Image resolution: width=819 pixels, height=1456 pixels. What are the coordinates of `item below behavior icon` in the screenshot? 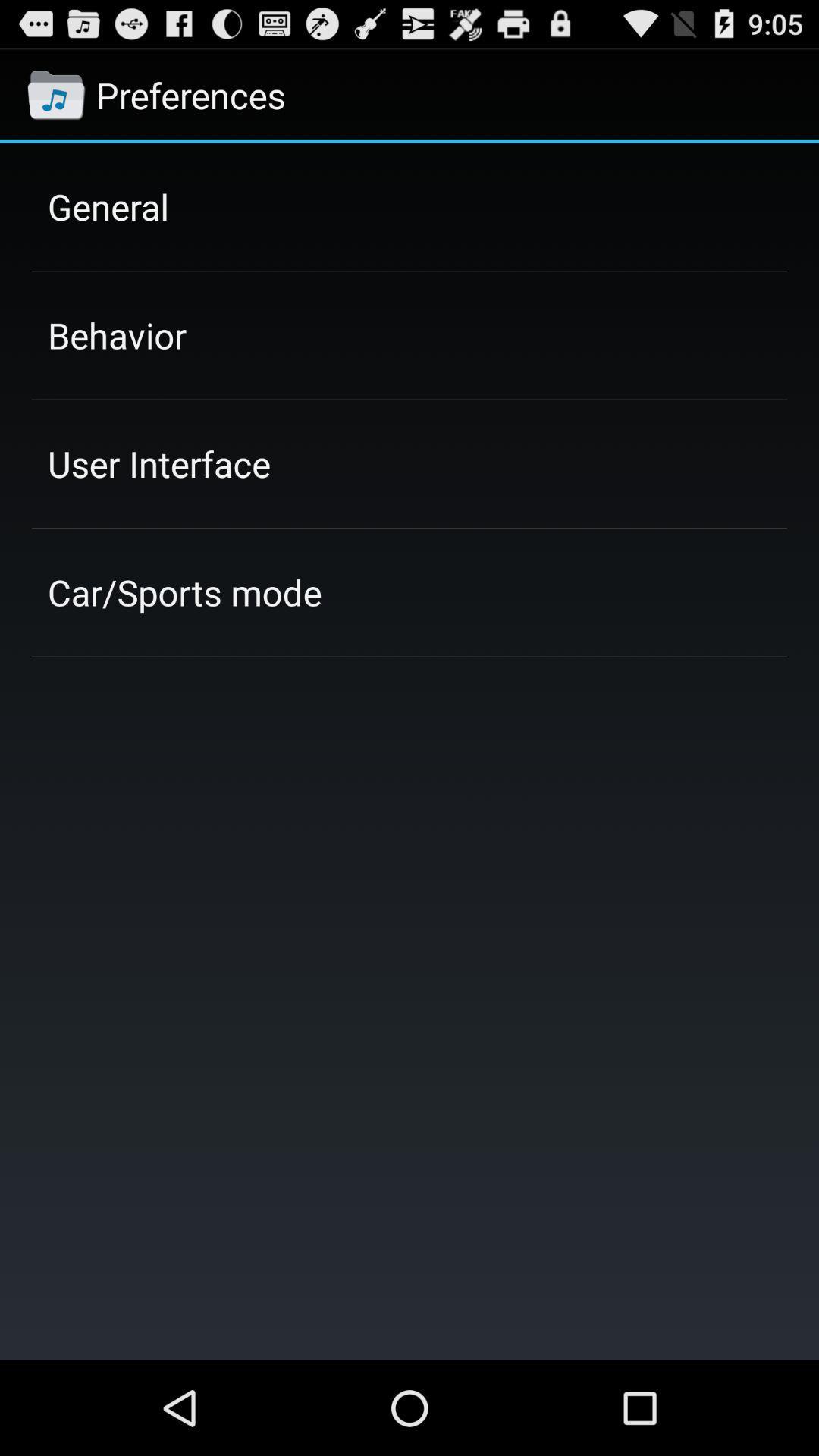 It's located at (158, 463).